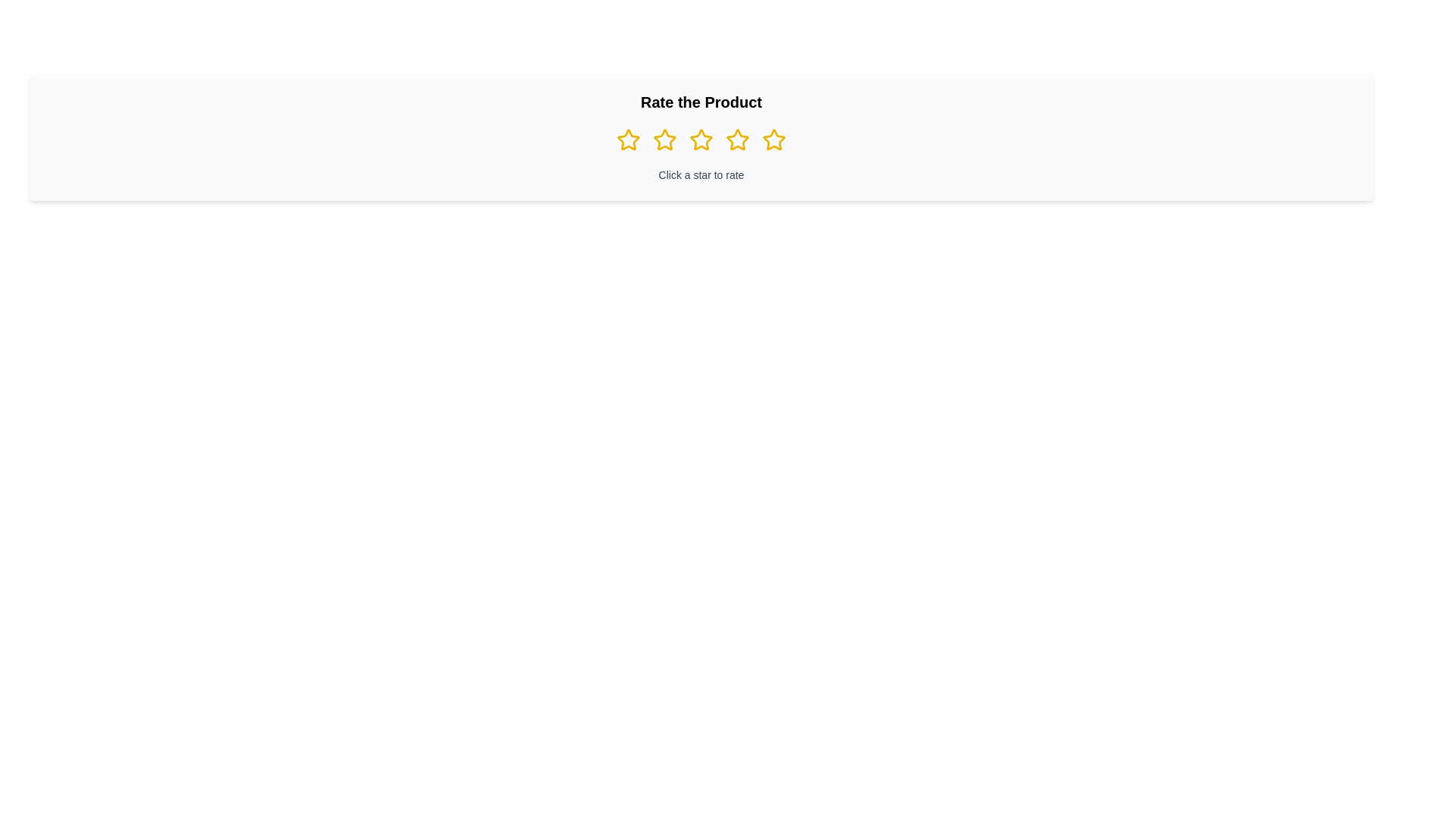 This screenshot has height=819, width=1456. I want to click on the fourth star icon in the rating interface, so click(738, 140).